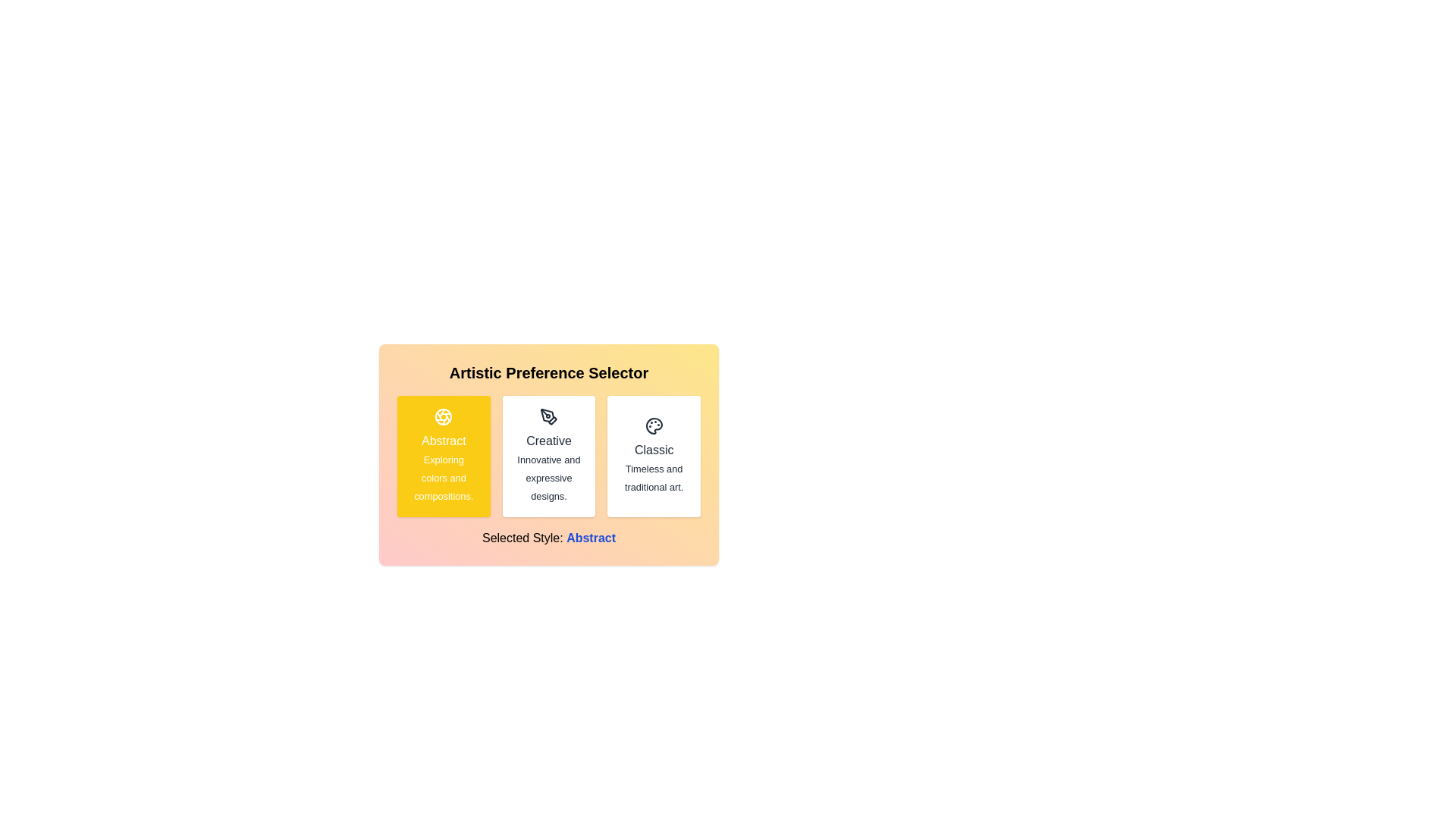 Image resolution: width=1456 pixels, height=819 pixels. Describe the element at coordinates (654, 455) in the screenshot. I see `the button corresponding to Classic to read its description` at that location.